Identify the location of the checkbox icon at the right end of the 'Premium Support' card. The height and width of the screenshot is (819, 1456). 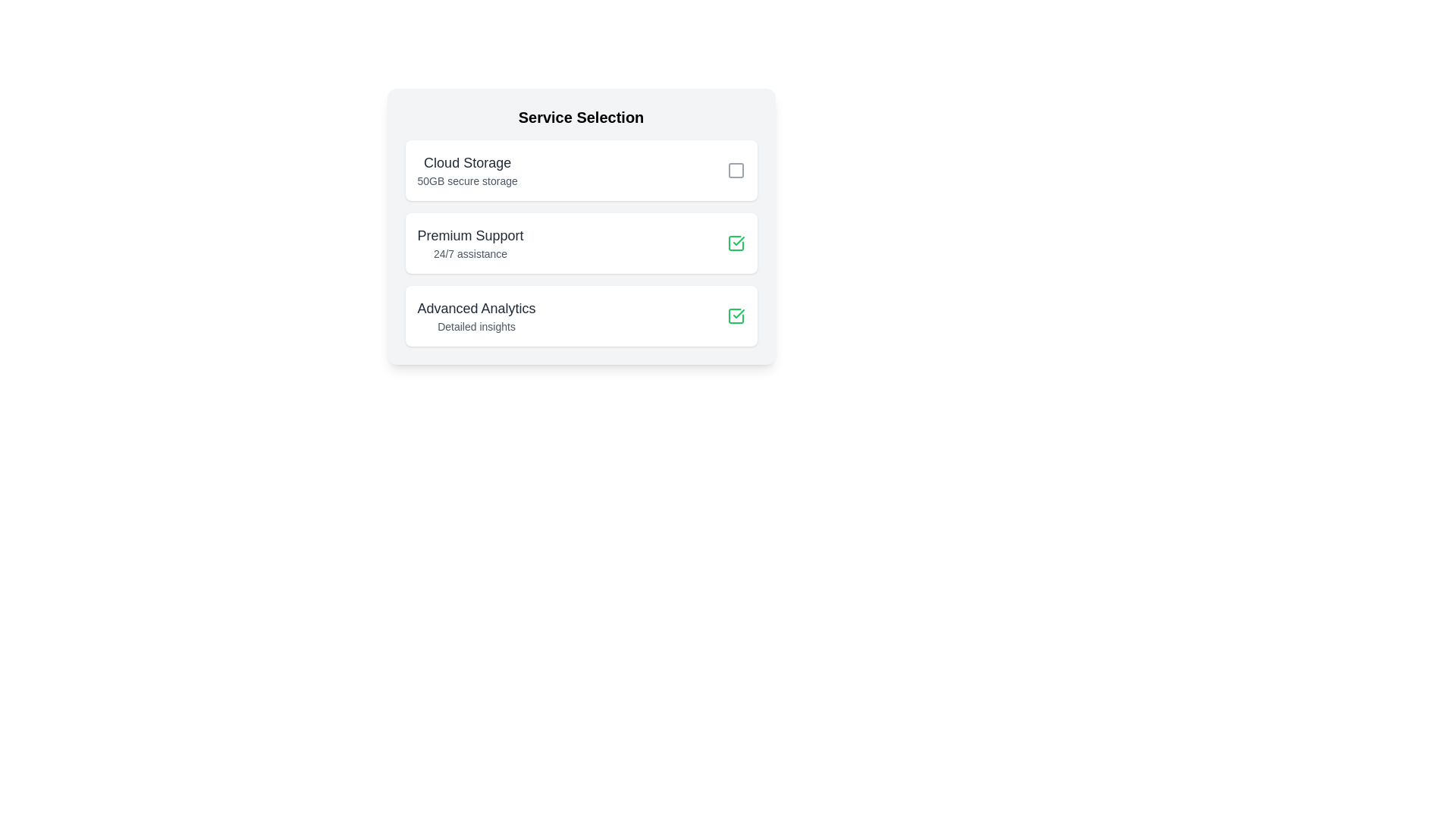
(736, 242).